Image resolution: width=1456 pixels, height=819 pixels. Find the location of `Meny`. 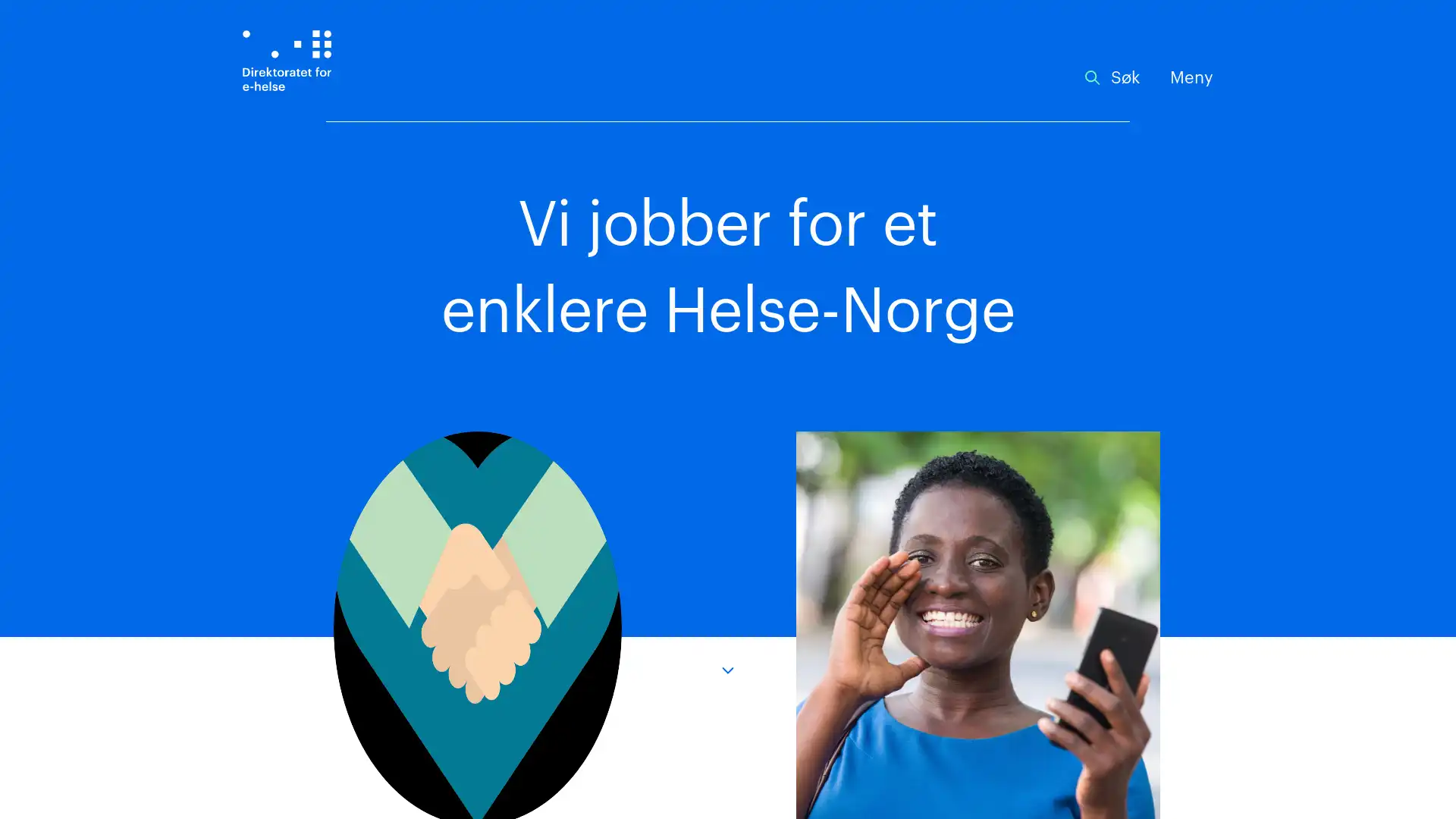

Meny is located at coordinates (1191, 78).